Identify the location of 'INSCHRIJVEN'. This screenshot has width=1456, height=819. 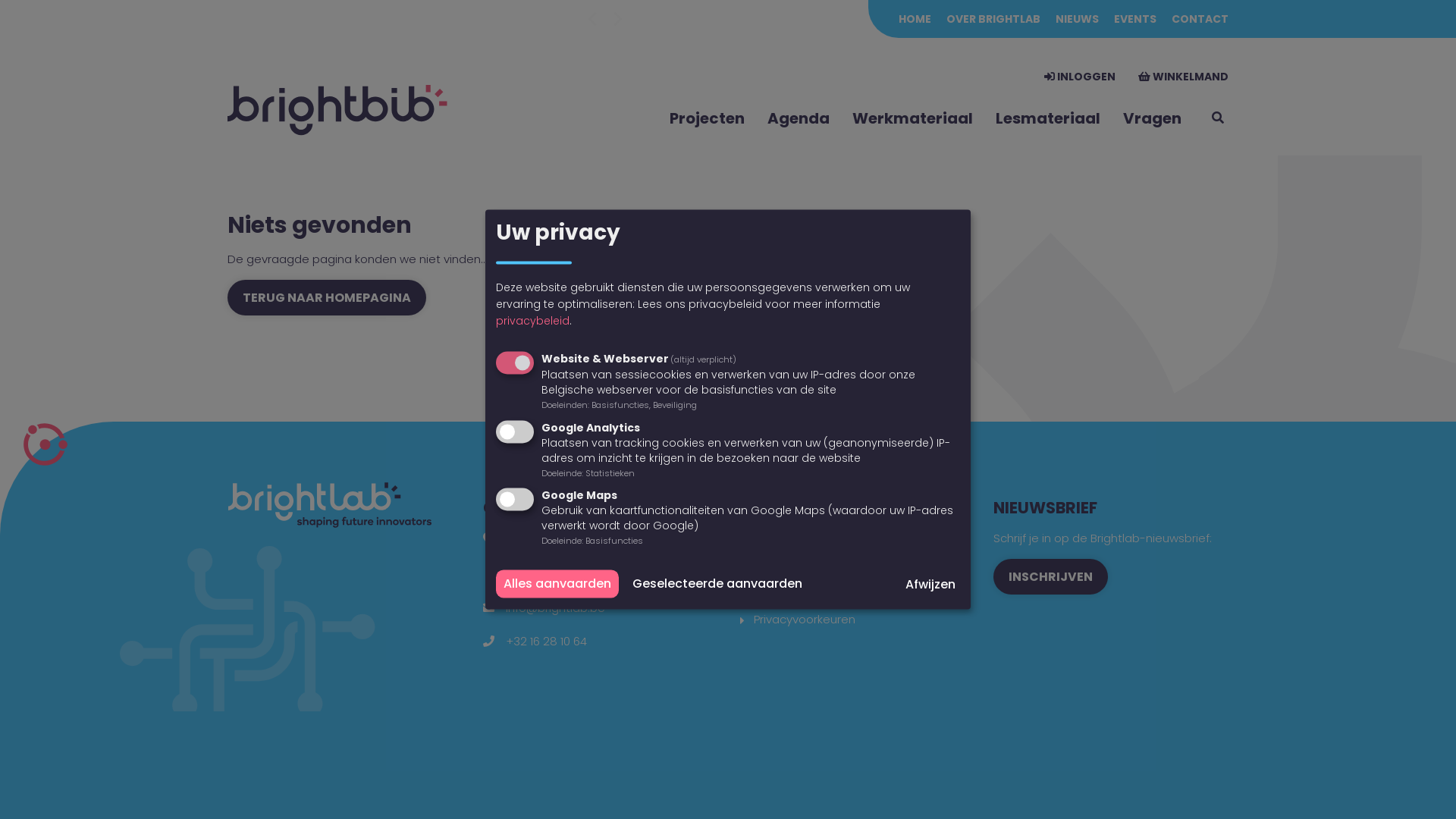
(1050, 576).